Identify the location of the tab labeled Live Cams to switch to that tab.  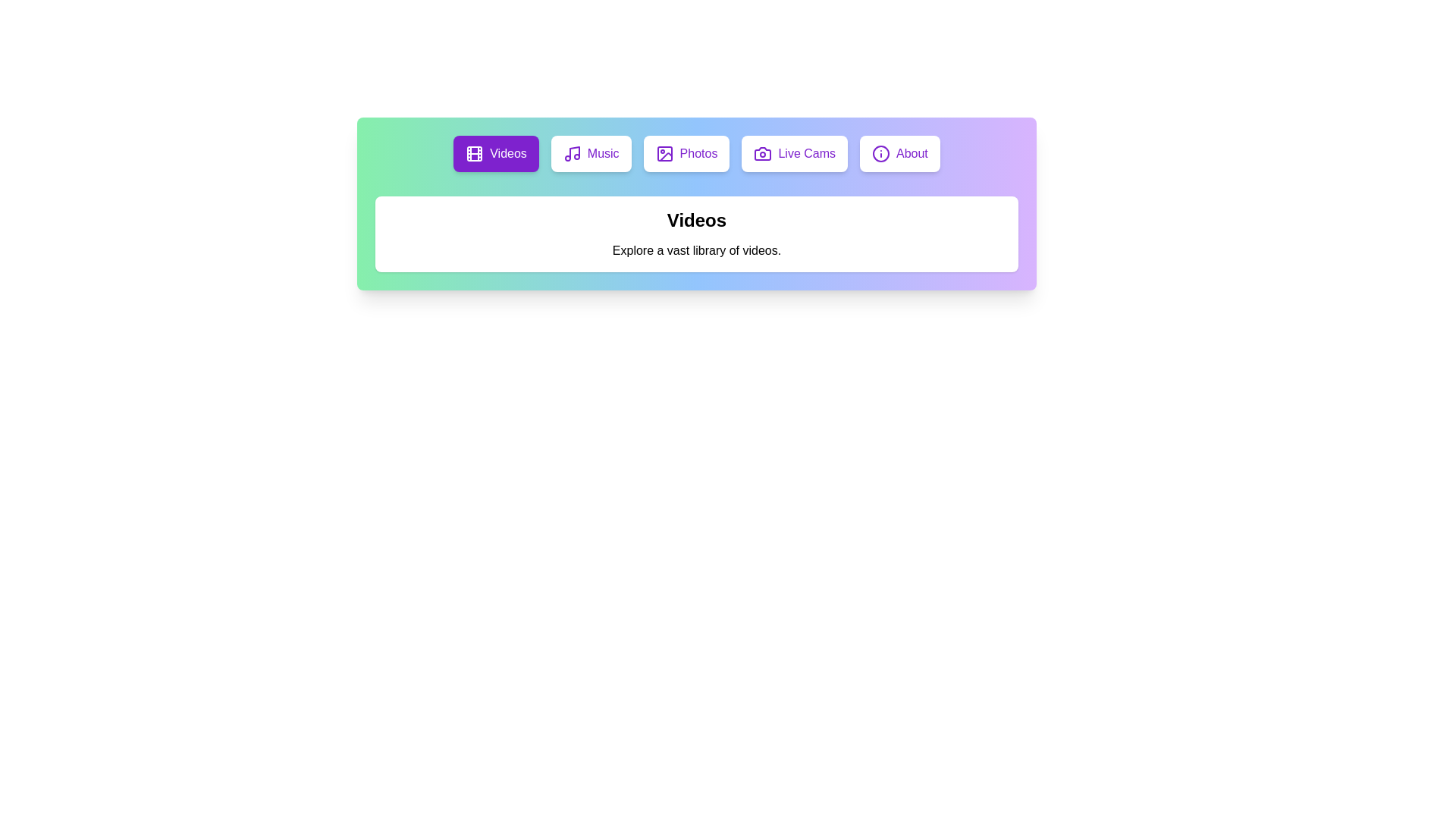
(794, 154).